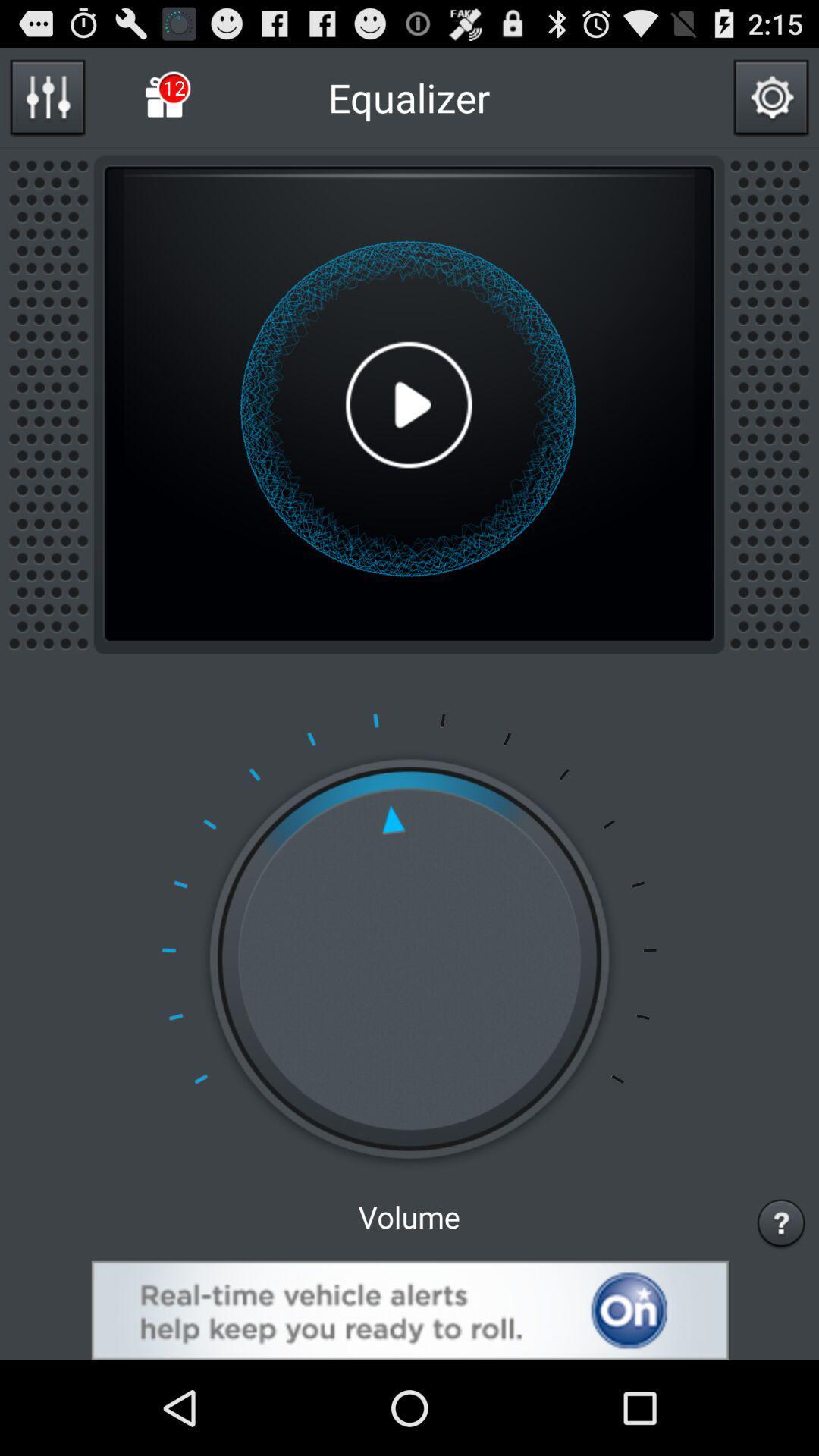  I want to click on help, so click(781, 1222).